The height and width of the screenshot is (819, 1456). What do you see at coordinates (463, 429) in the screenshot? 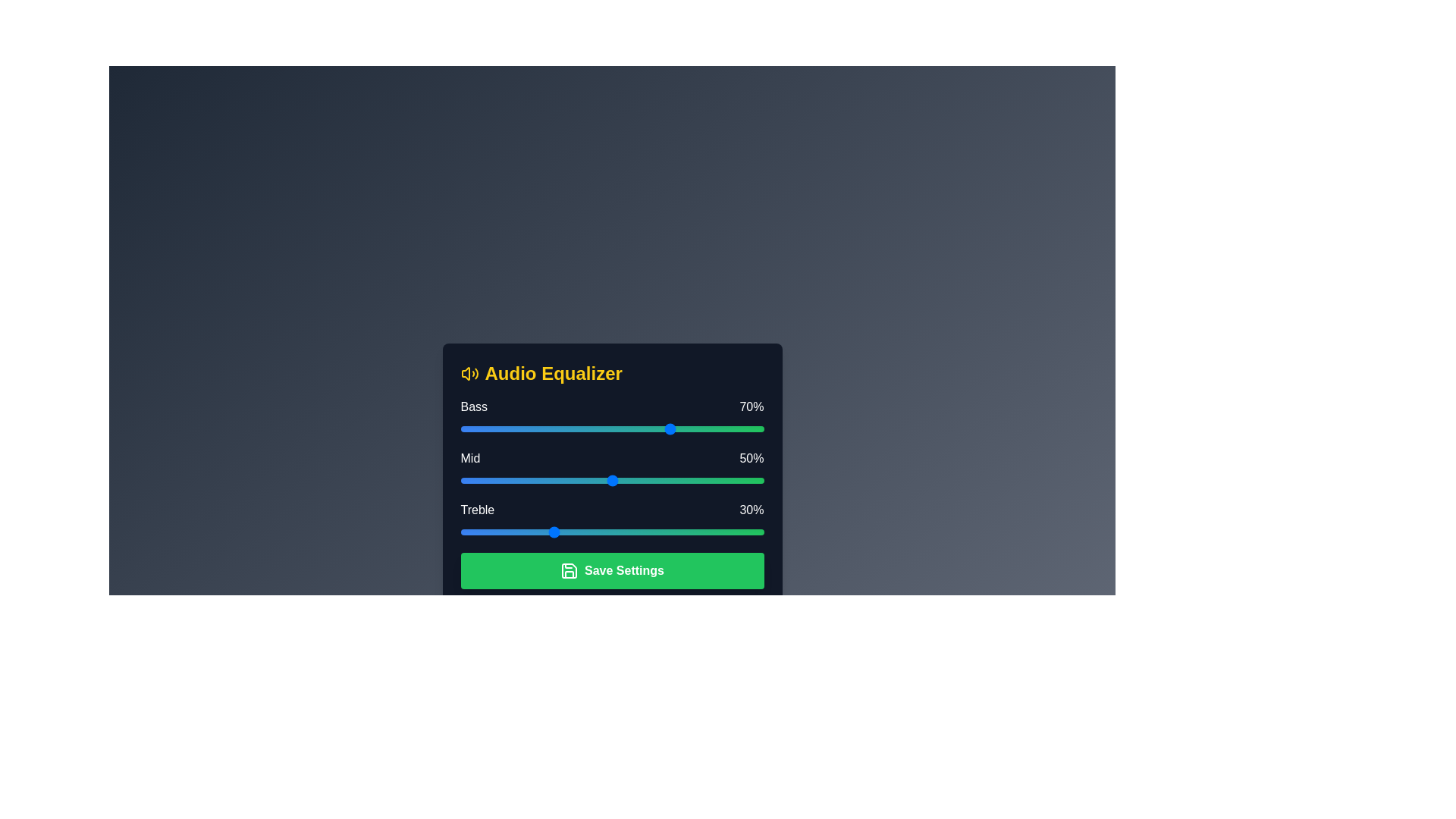
I see `the bass slider to 1%` at bounding box center [463, 429].